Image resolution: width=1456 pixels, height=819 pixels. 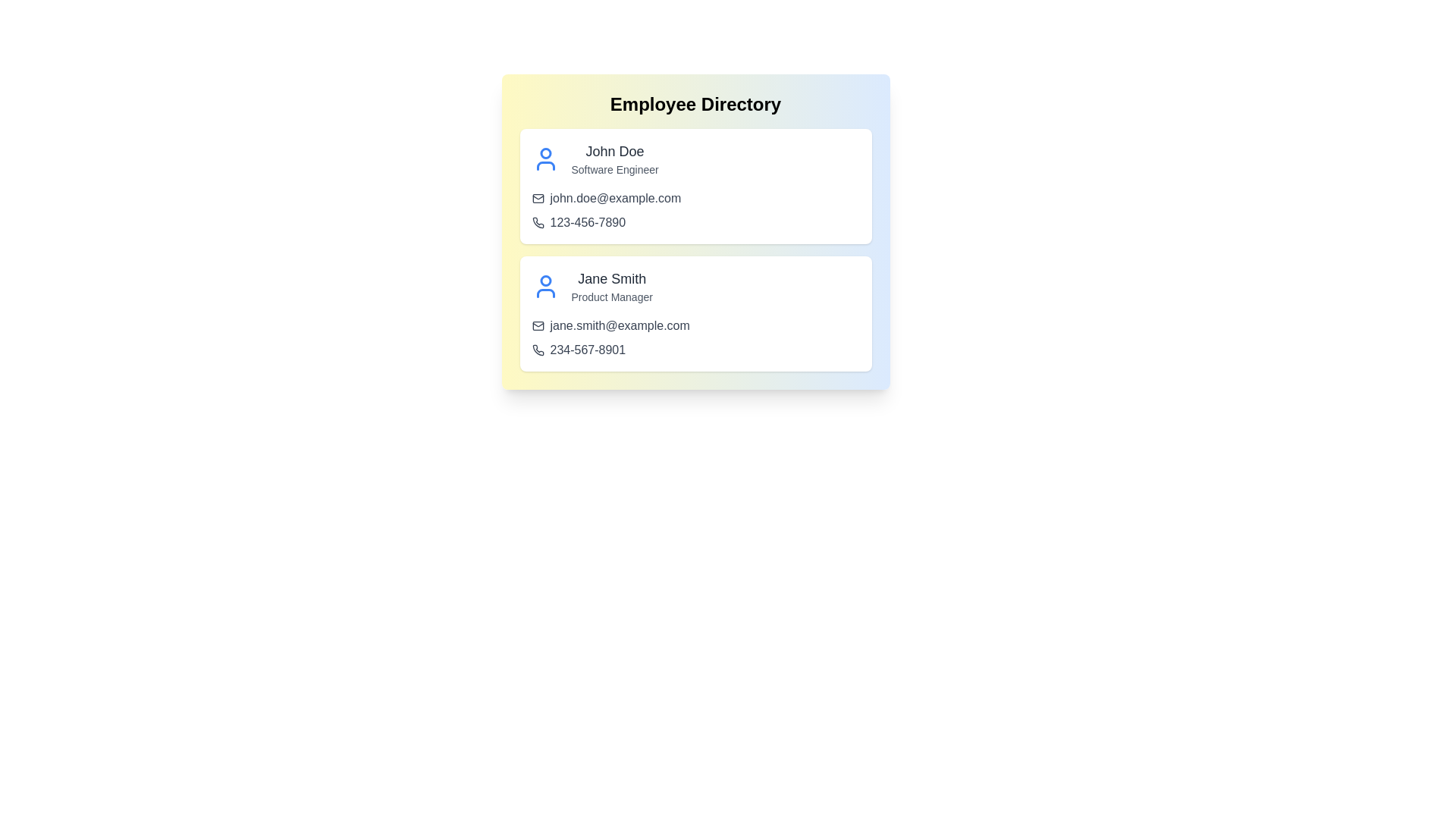 I want to click on the email link of John Doe to copy their email address, so click(x=620, y=198).